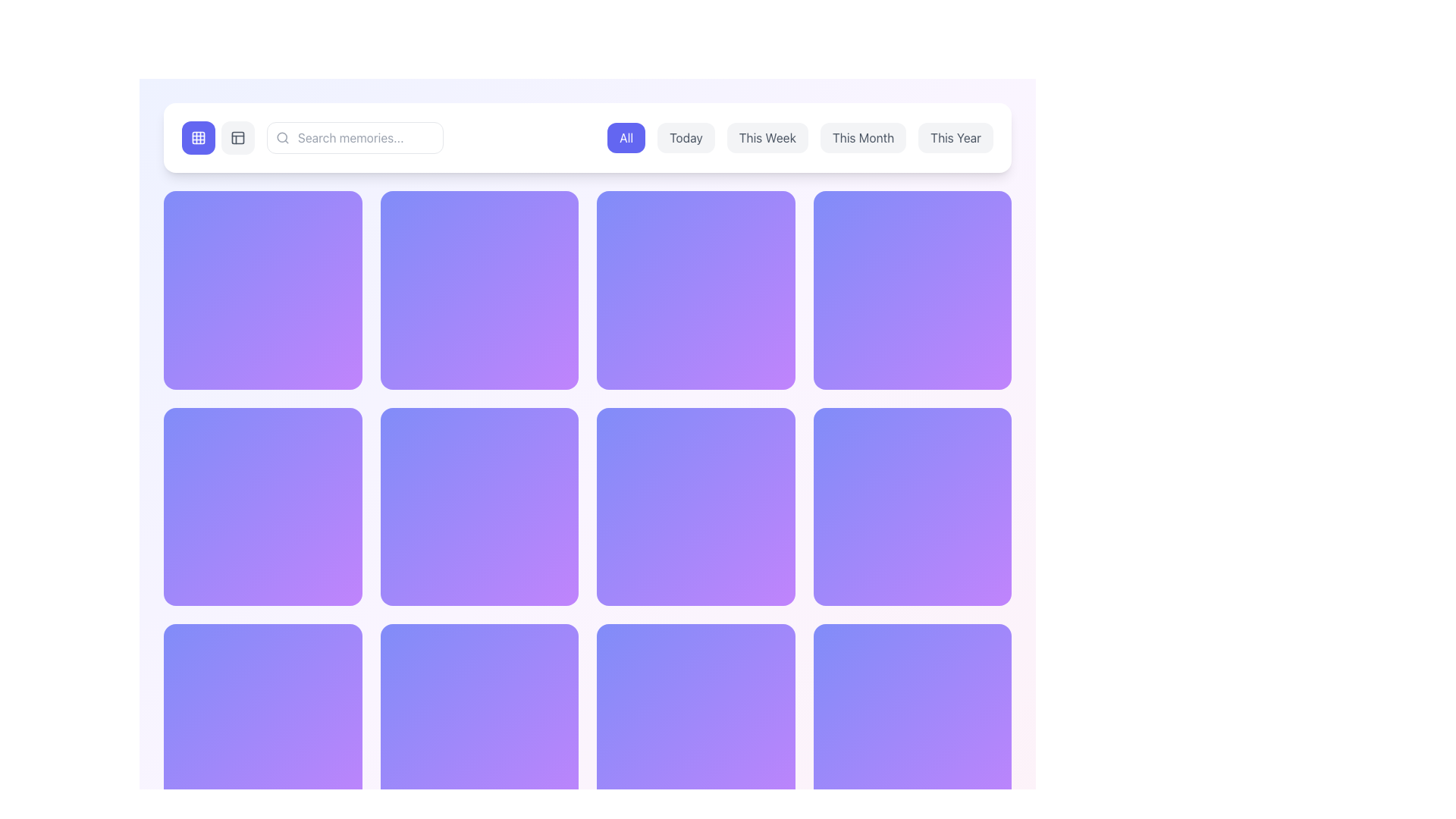 This screenshot has height=819, width=1456. Describe the element at coordinates (283, 137) in the screenshot. I see `the search icon located on the left side of the input field labeled 'Search memories...' in the search bar section` at that location.